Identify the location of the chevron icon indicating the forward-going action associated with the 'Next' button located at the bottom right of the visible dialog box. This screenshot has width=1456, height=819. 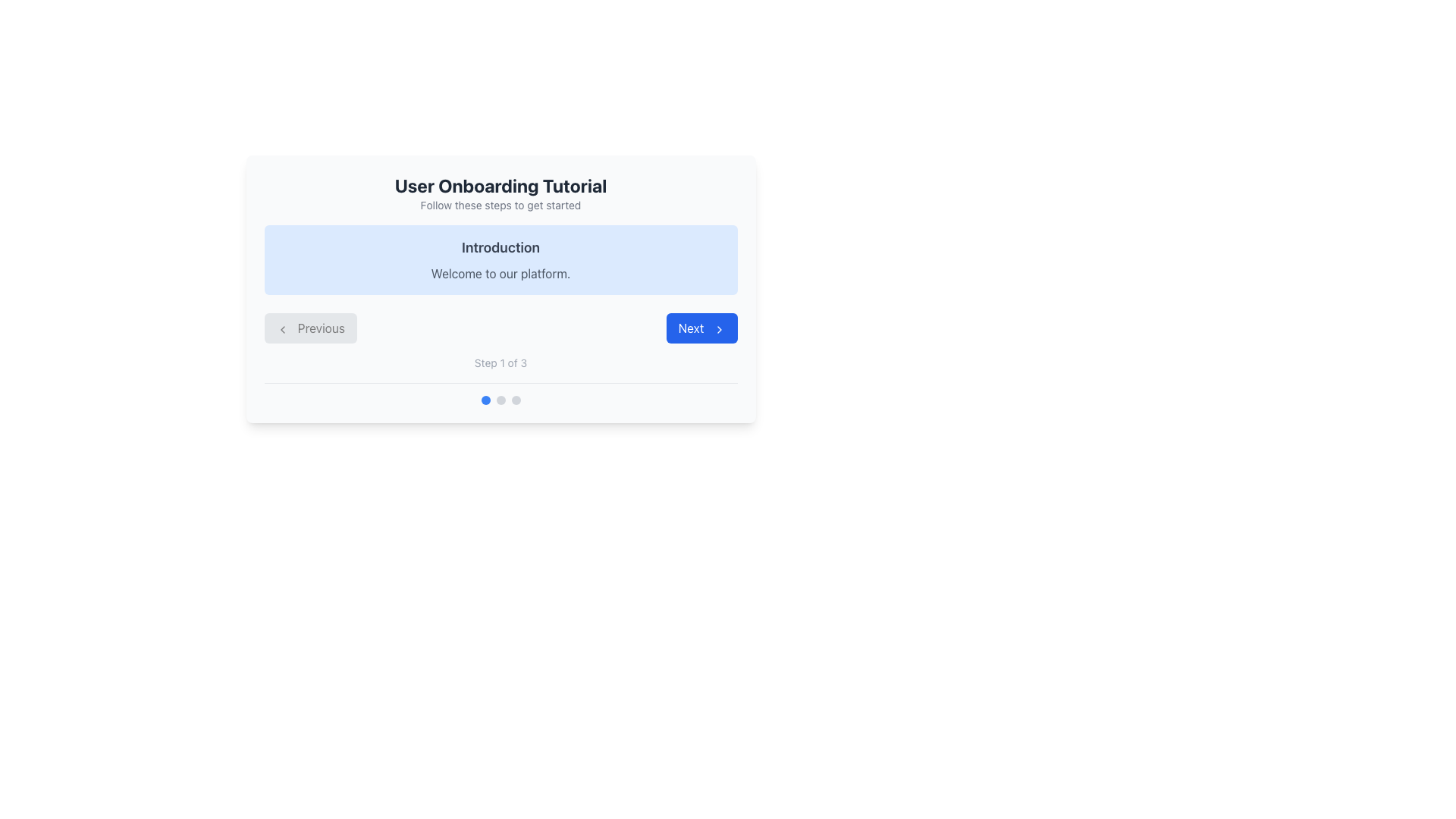
(718, 328).